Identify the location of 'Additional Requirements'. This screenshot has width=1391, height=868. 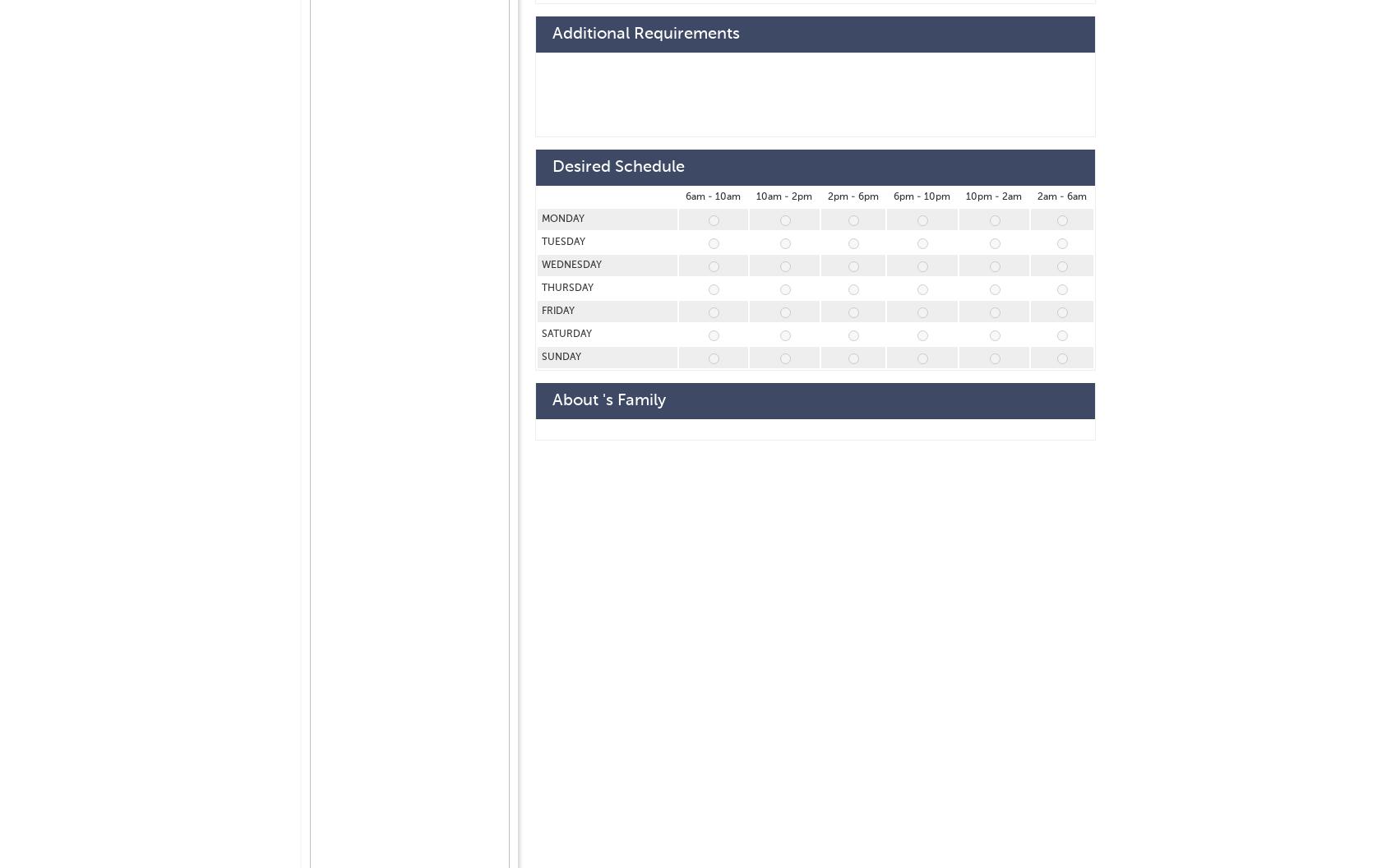
(645, 35).